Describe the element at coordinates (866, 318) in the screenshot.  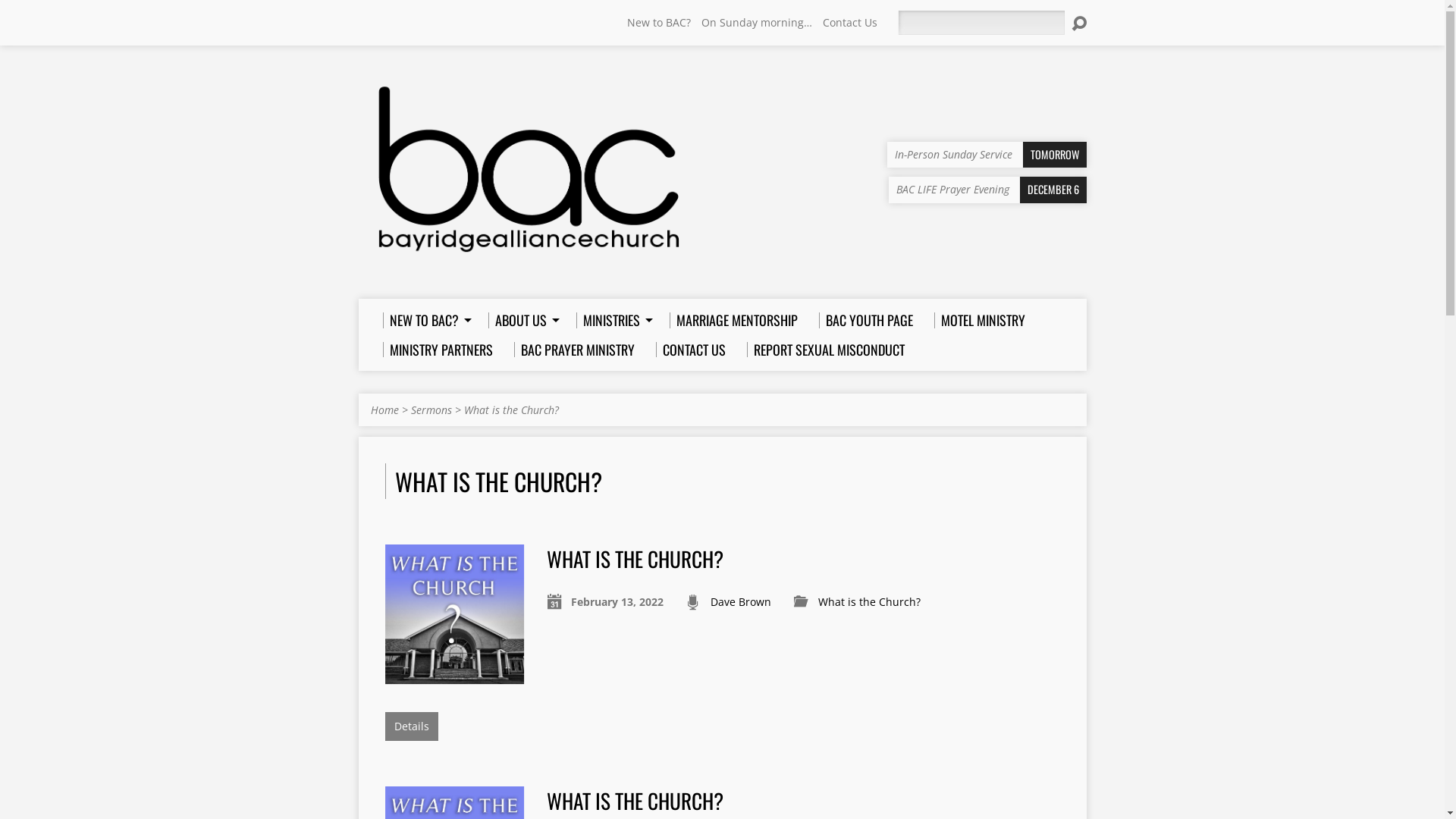
I see `'BAC YOUTH PAGE'` at that location.